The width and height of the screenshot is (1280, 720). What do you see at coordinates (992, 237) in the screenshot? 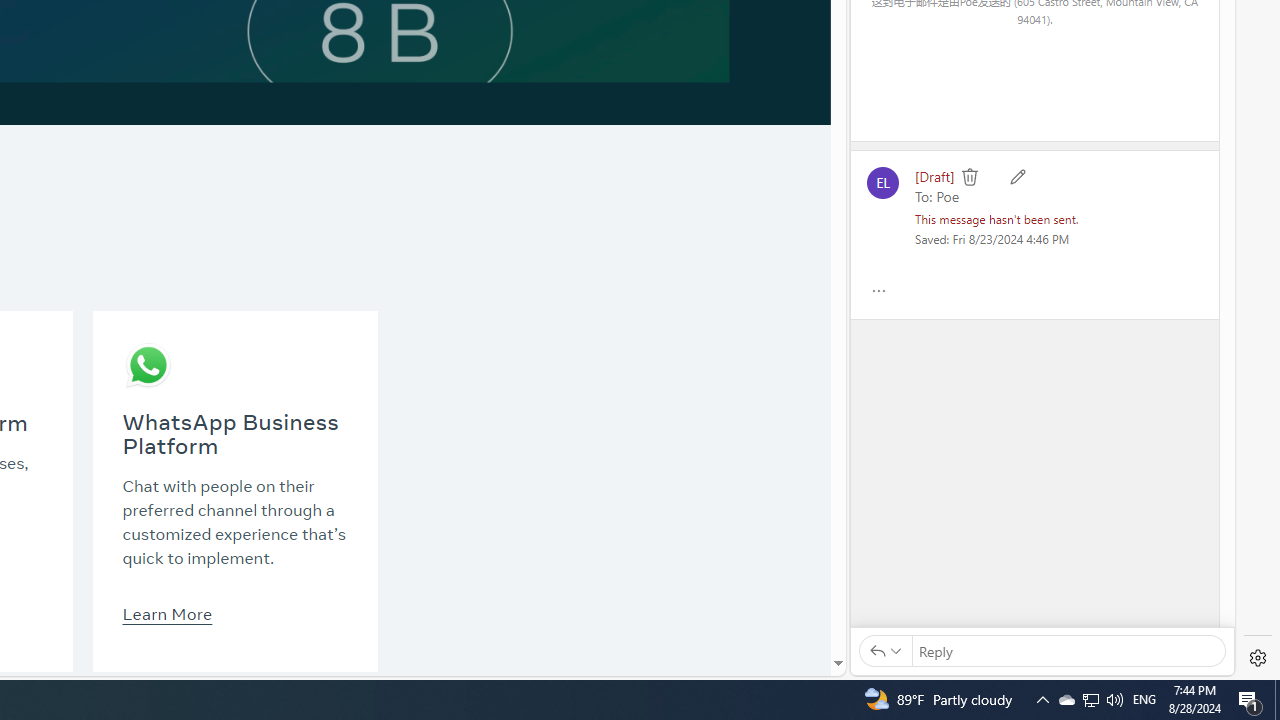
I see `'Draft saved on Fri 8/23/2024 4:46 PM'` at bounding box center [992, 237].